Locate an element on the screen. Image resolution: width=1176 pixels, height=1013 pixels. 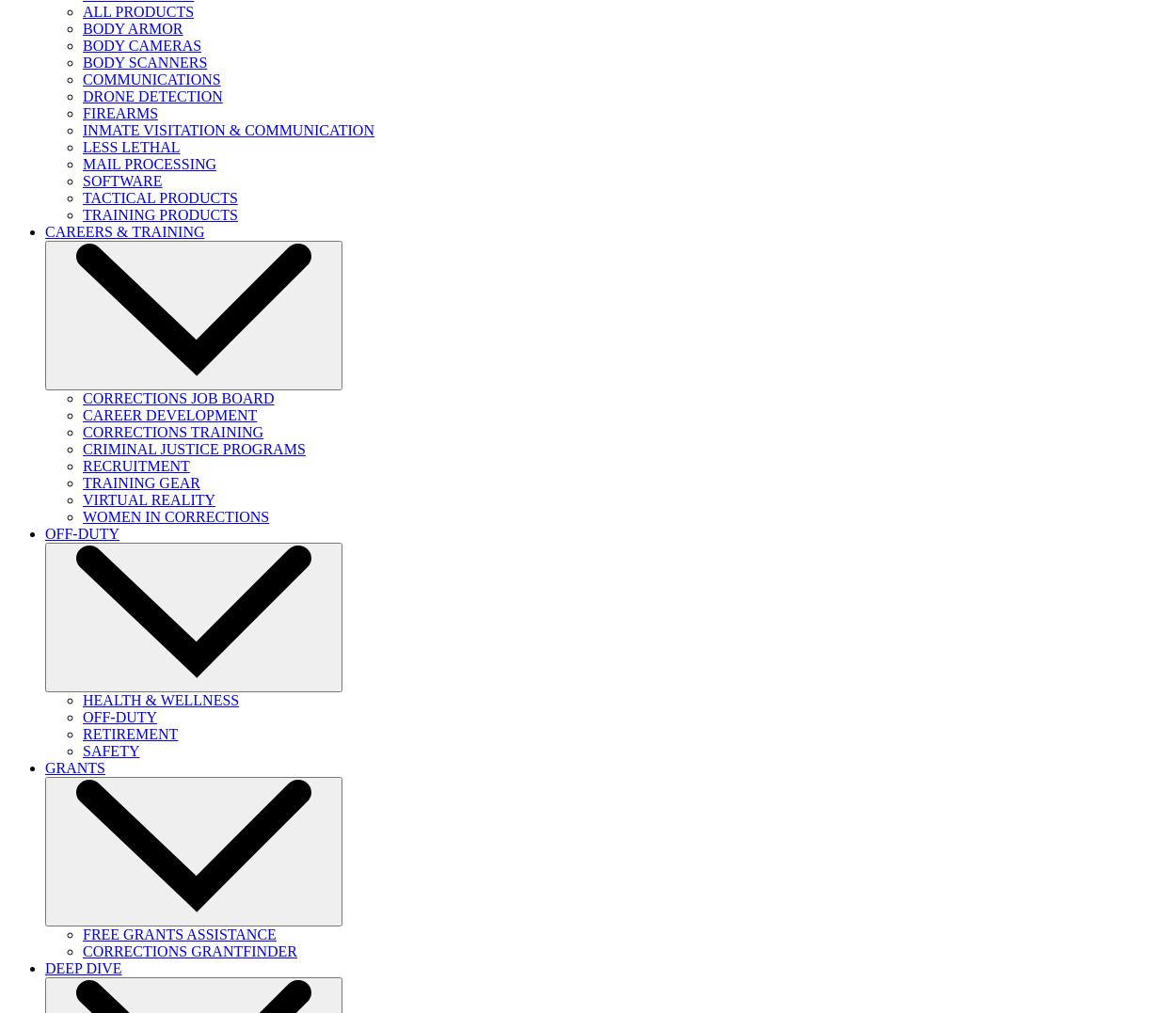
'RETIREMENT' is located at coordinates (130, 733).